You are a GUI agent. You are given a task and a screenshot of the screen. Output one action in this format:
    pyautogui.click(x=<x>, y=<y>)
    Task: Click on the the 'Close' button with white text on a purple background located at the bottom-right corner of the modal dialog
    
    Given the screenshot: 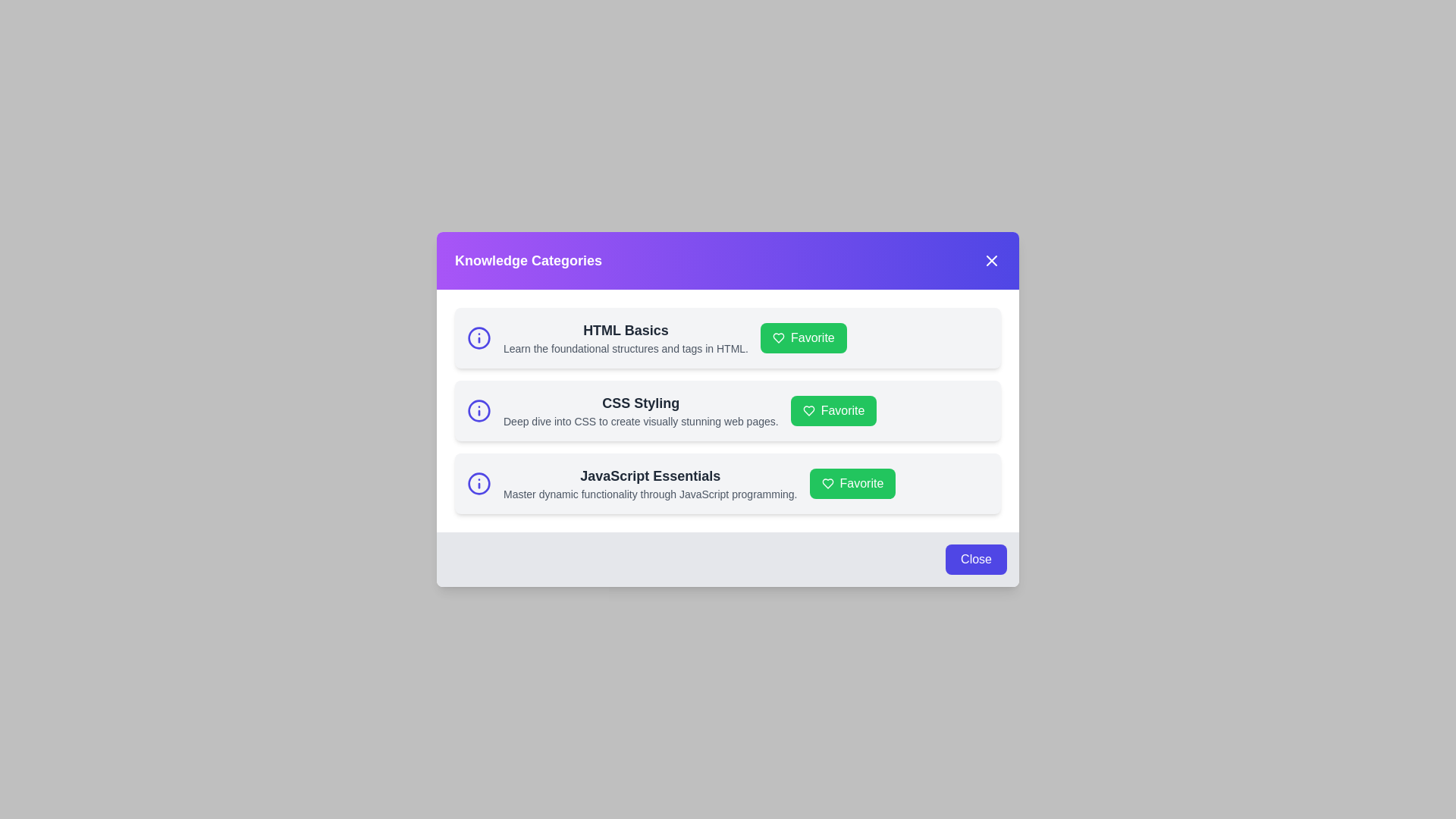 What is the action you would take?
    pyautogui.click(x=976, y=559)
    